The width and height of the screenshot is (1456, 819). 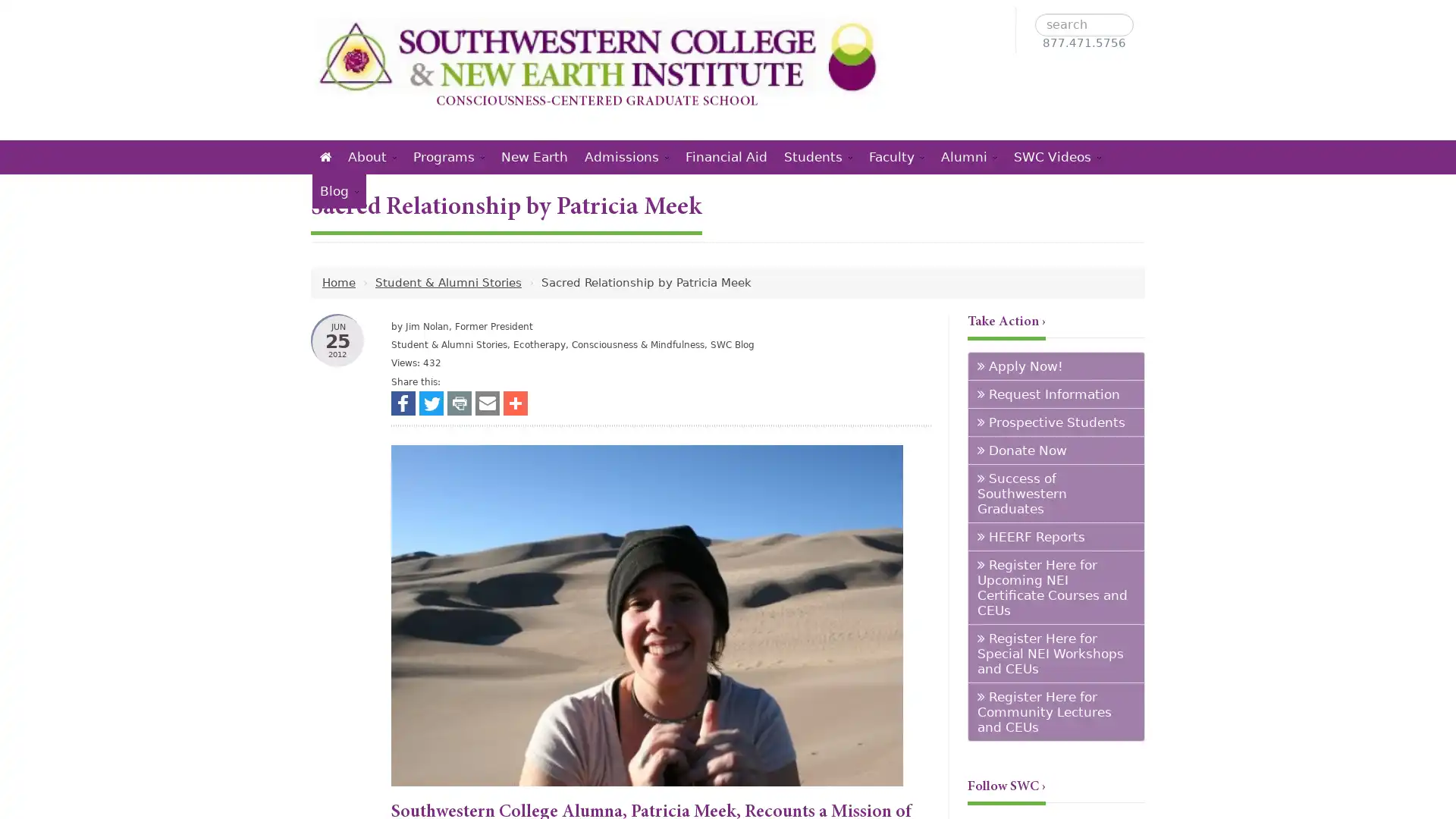 What do you see at coordinates (431, 402) in the screenshot?
I see `Share to Twitter` at bounding box center [431, 402].